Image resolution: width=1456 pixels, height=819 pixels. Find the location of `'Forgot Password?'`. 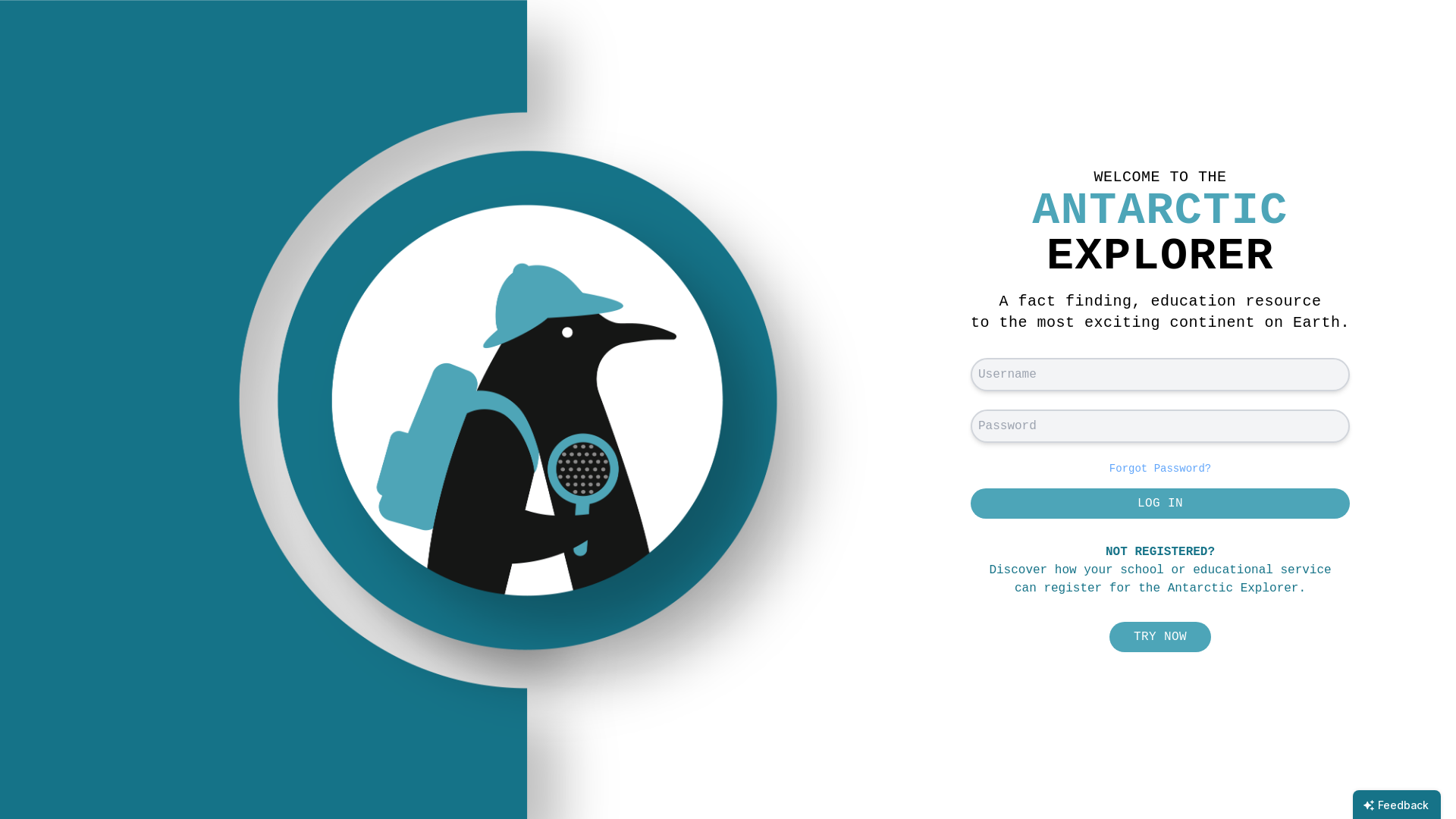

'Forgot Password?' is located at coordinates (1159, 467).